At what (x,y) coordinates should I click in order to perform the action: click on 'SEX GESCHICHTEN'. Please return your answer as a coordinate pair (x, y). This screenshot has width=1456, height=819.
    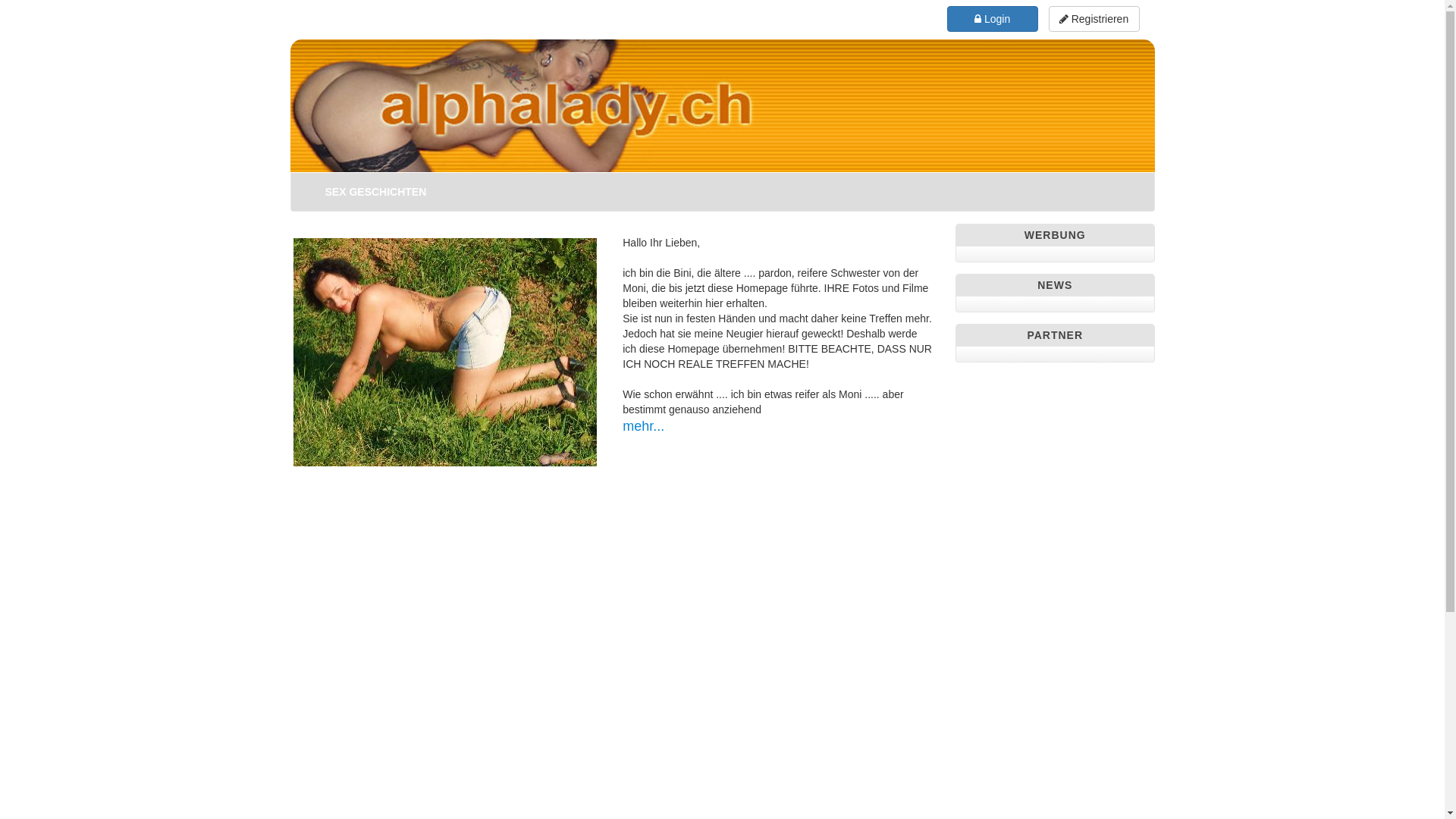
    Looking at the image, I should click on (312, 191).